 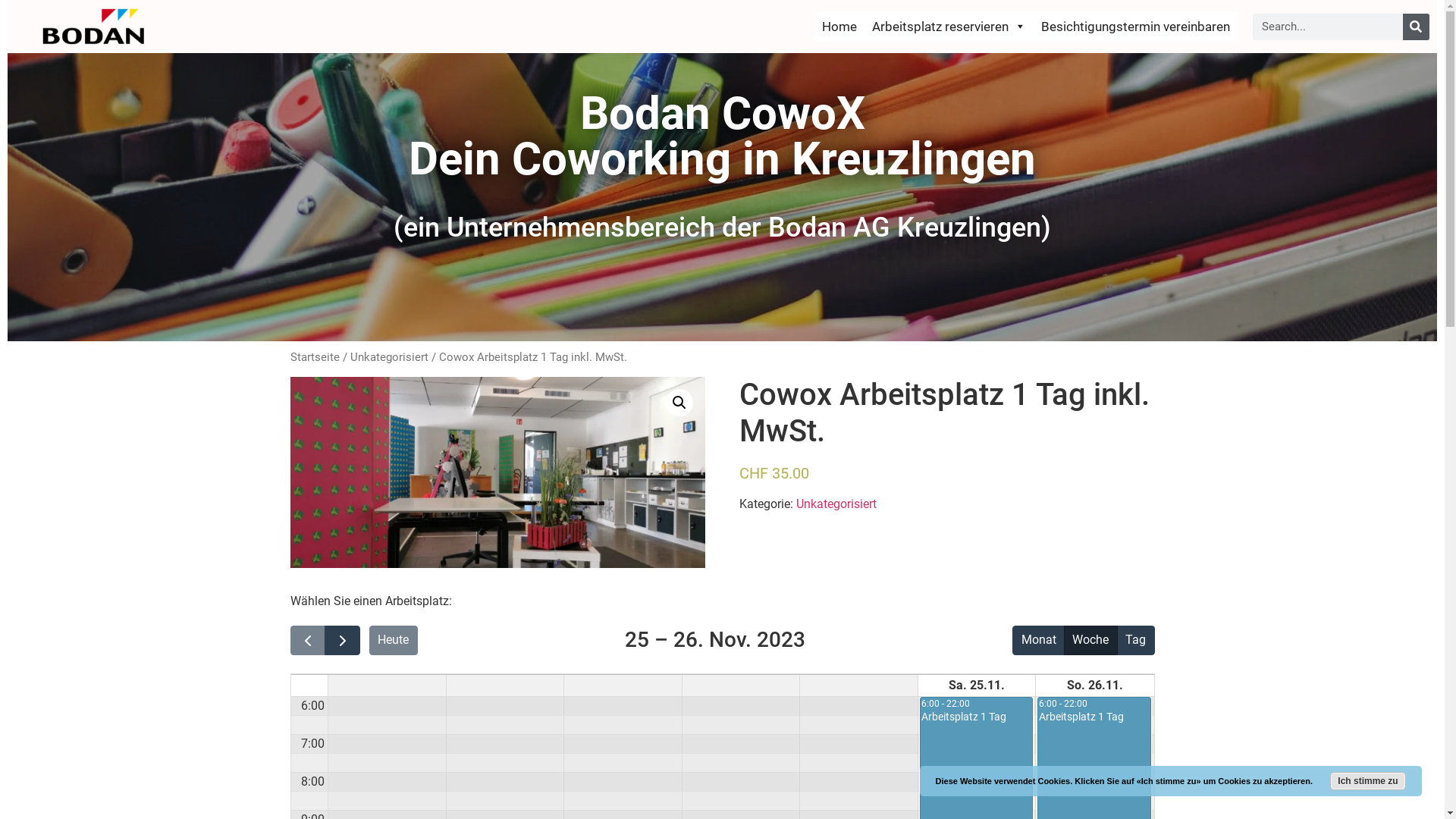 I want to click on 'Monat', so click(x=1037, y=640).